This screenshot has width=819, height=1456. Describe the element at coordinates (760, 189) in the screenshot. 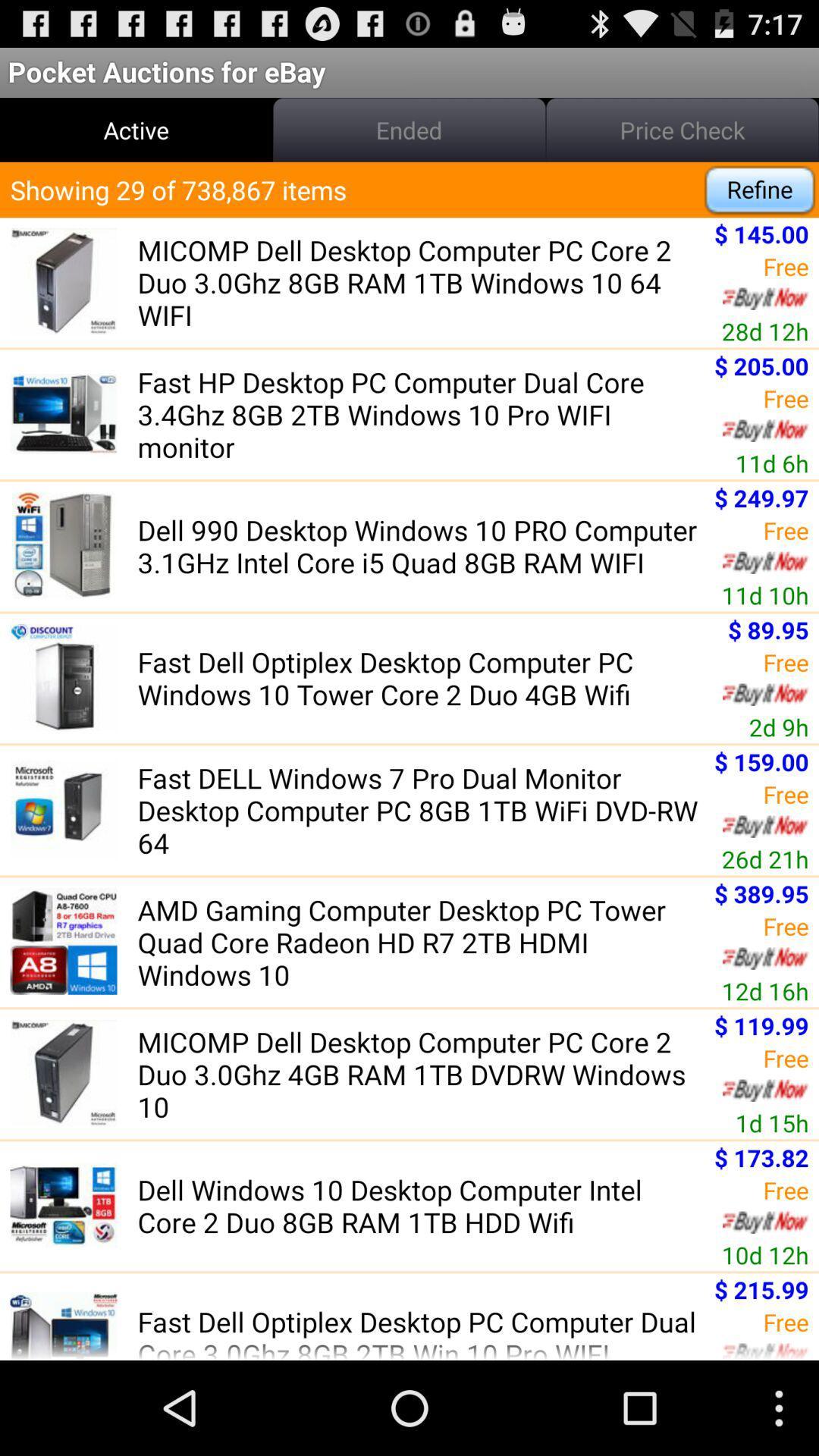

I see `the app next to the showing 29 of` at that location.